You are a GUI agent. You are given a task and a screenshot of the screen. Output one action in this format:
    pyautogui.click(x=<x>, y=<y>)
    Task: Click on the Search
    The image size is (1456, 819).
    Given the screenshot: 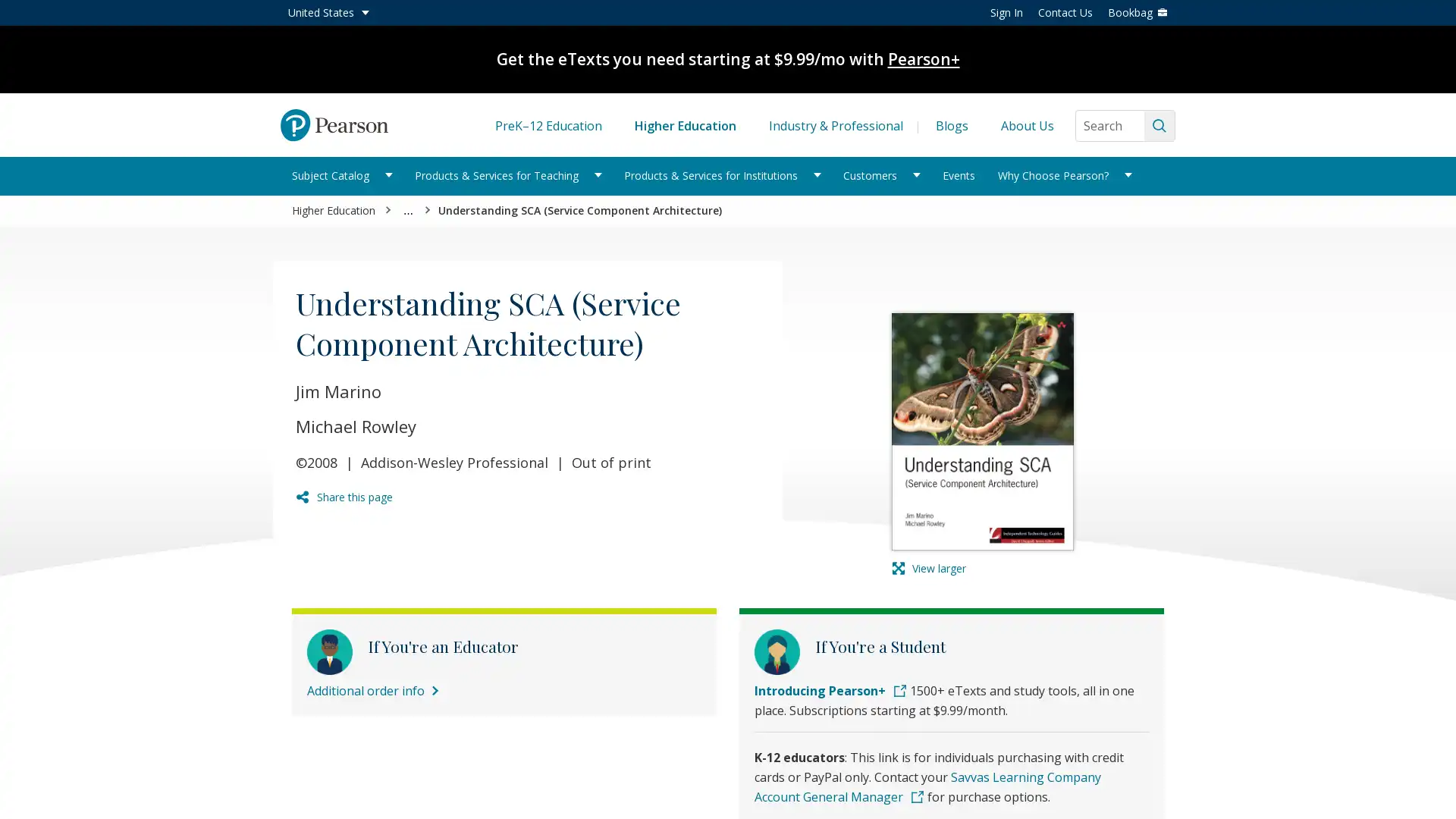 What is the action you would take?
    pyautogui.click(x=1159, y=124)
    